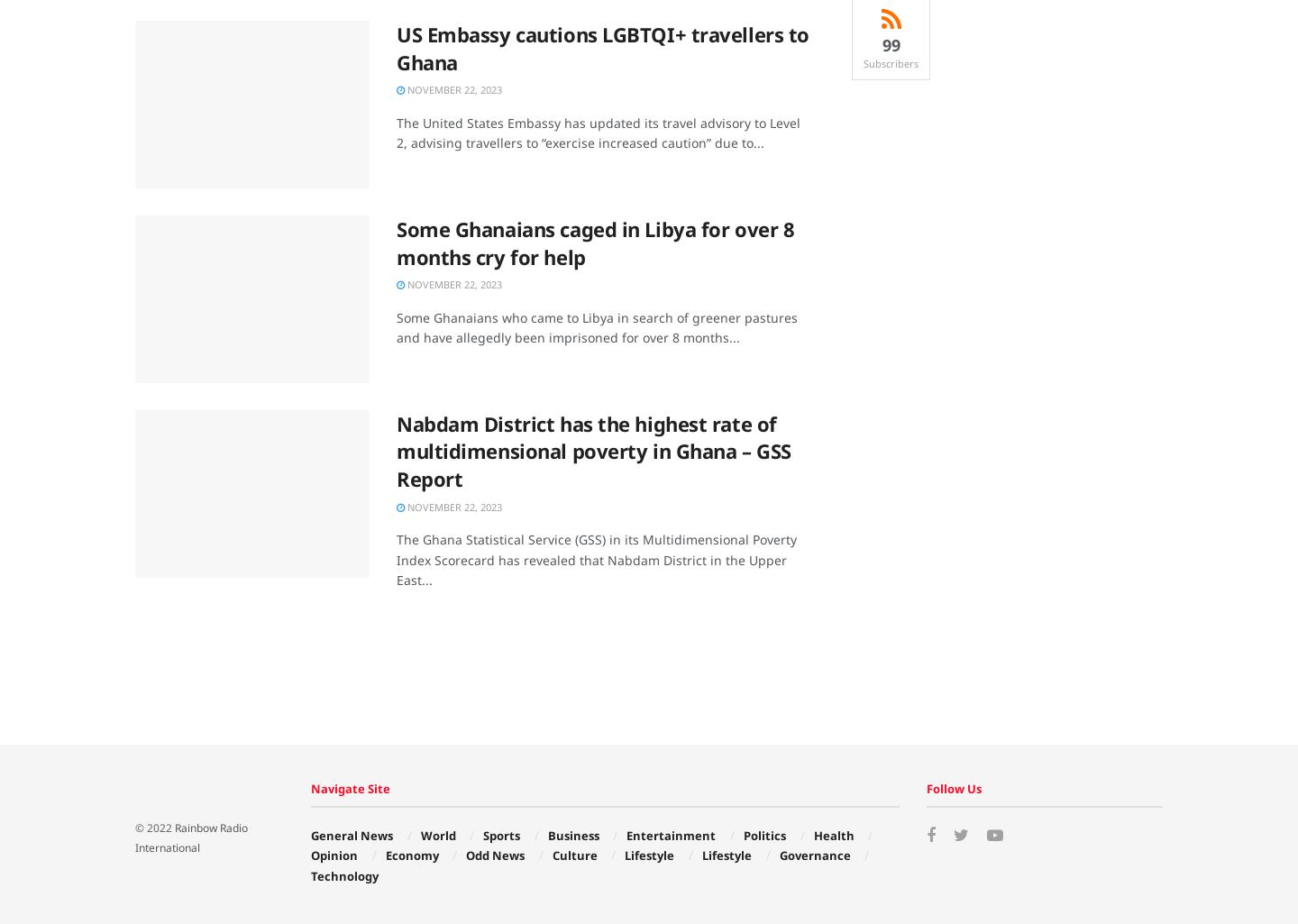  What do you see at coordinates (889, 44) in the screenshot?
I see `'99'` at bounding box center [889, 44].